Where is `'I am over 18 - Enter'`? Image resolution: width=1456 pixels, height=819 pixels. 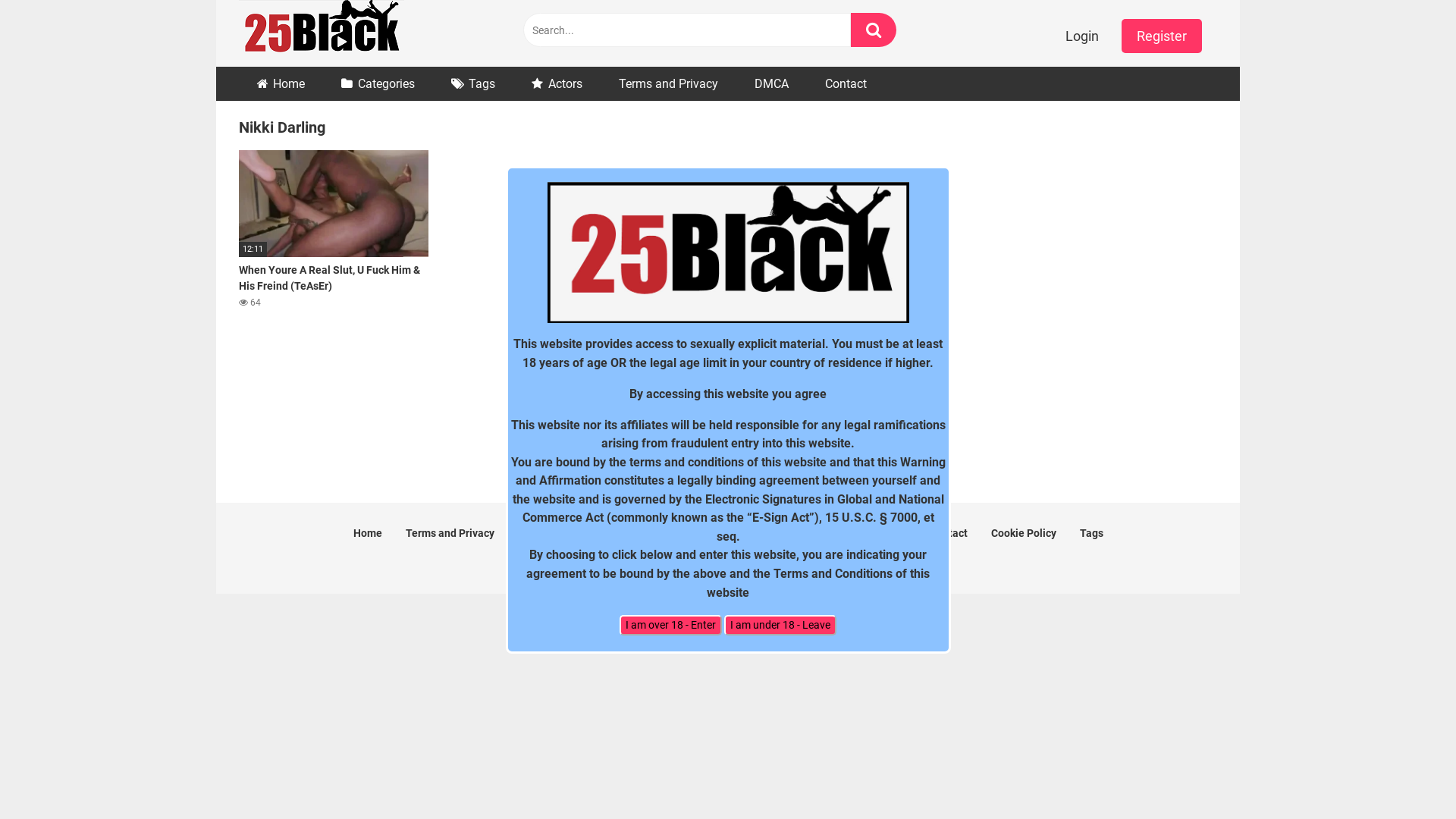 'I am over 18 - Enter' is located at coordinates (670, 625).